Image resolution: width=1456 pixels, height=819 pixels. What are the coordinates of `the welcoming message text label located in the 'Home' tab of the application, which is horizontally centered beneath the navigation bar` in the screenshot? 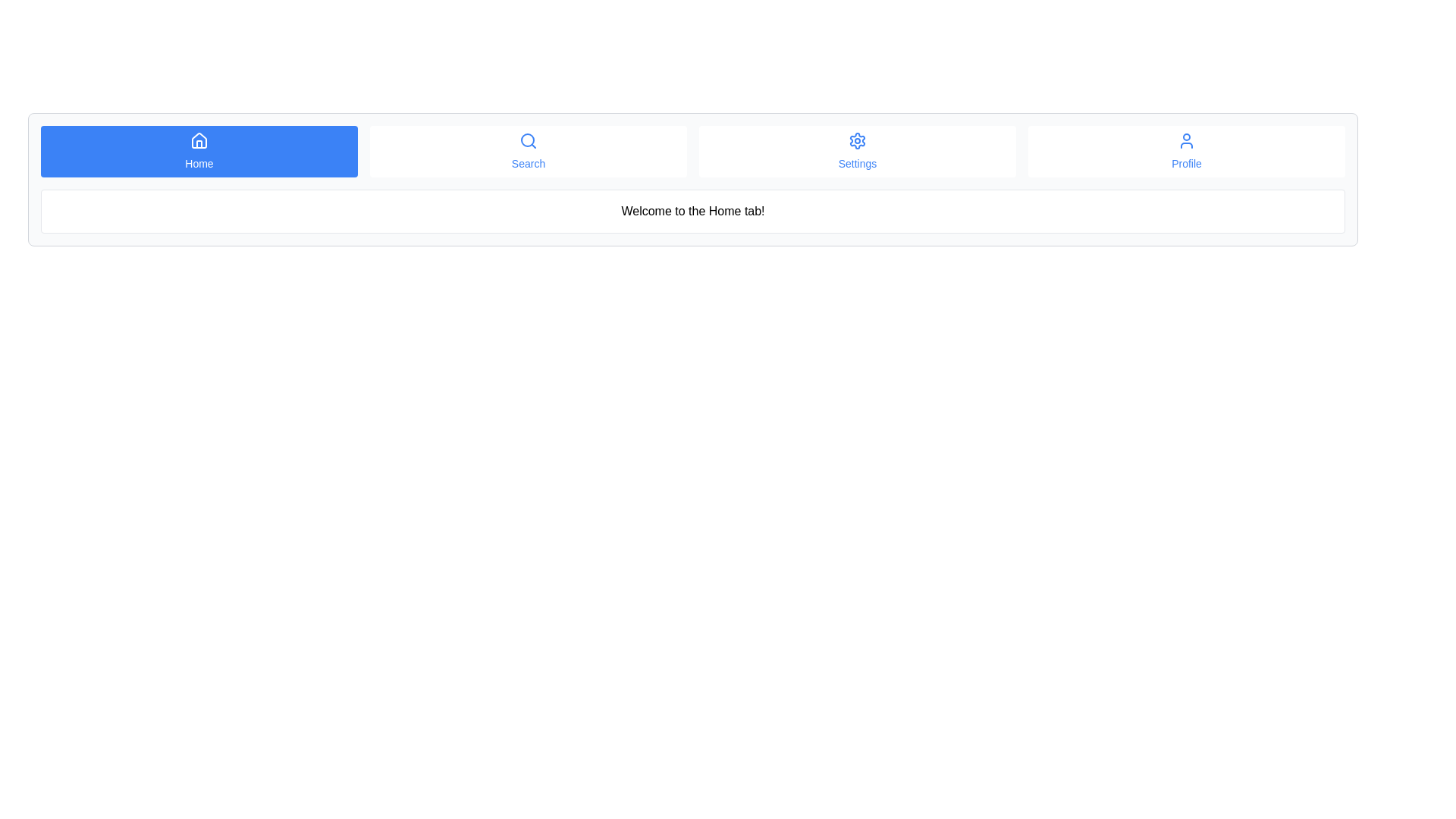 It's located at (692, 211).